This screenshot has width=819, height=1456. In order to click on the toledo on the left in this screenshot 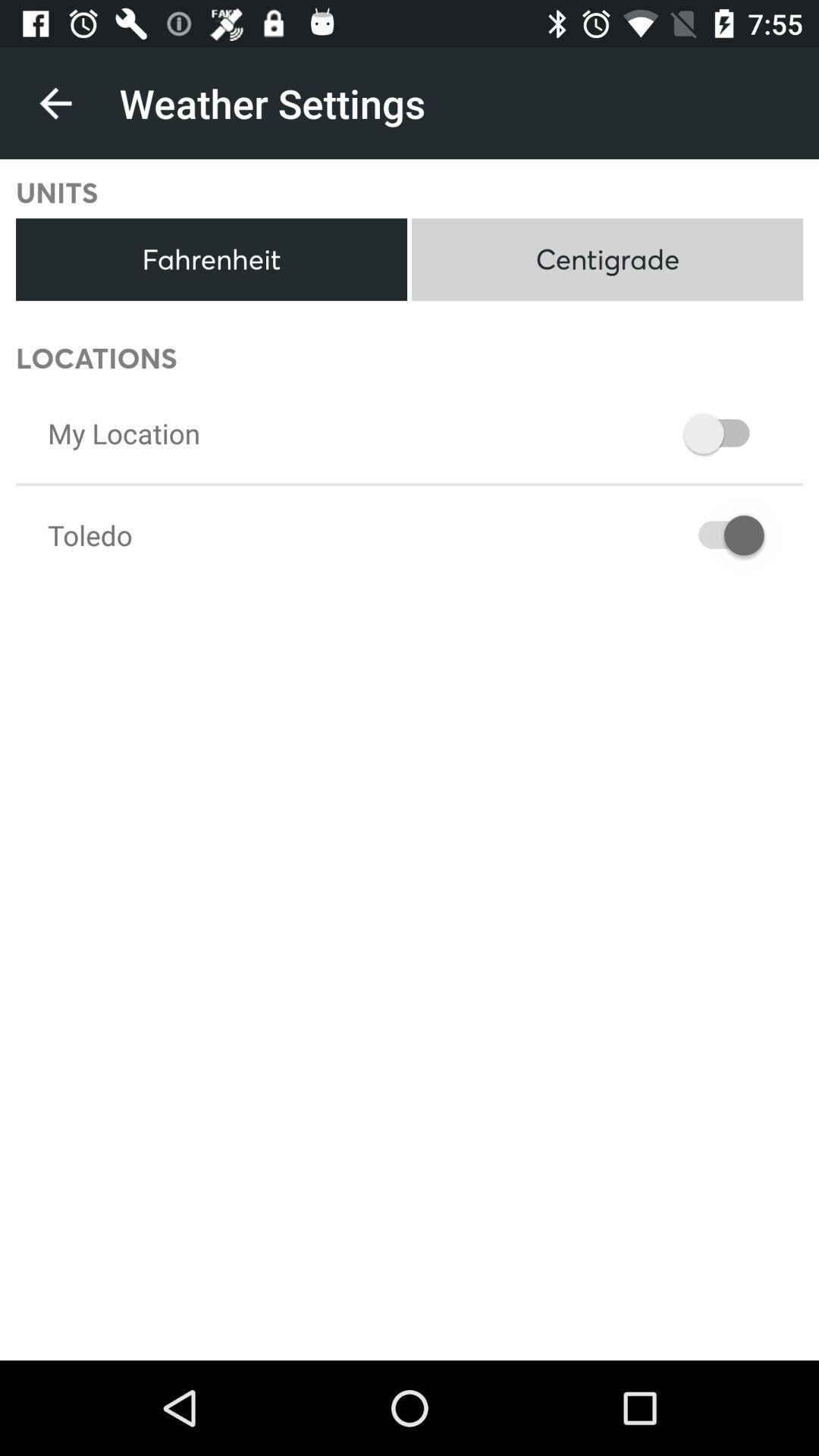, I will do `click(89, 535)`.